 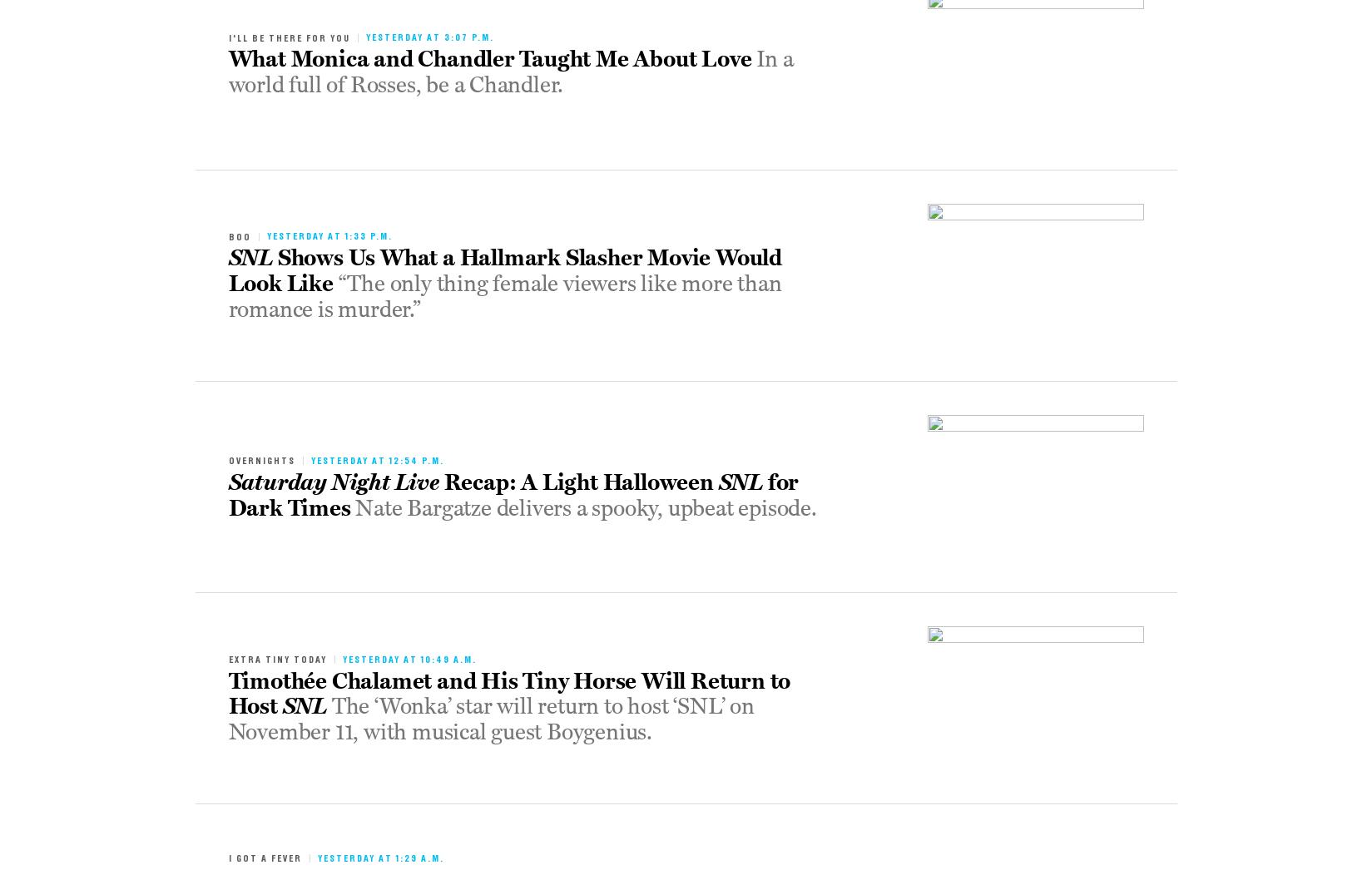 What do you see at coordinates (228, 270) in the screenshot?
I see `'Shows Us What a Hallmark Slasher Movie Would Look Like'` at bounding box center [228, 270].